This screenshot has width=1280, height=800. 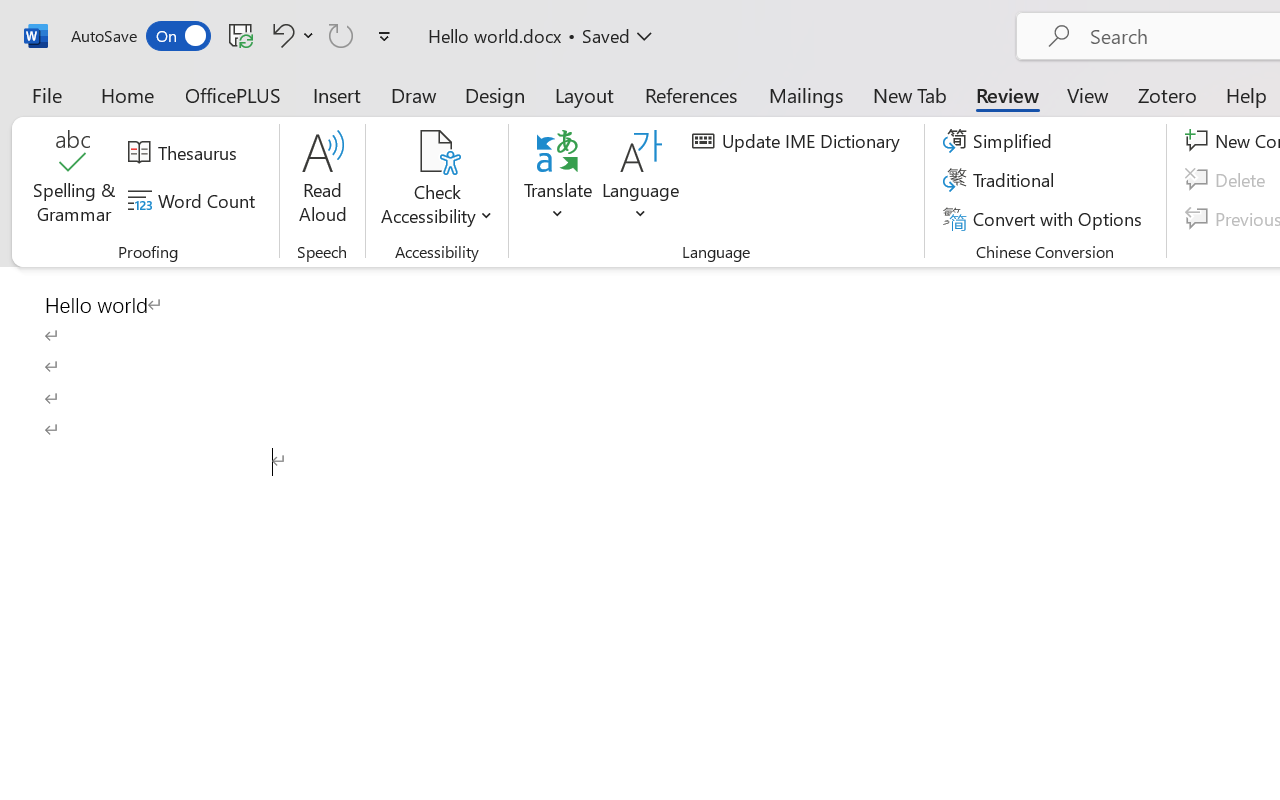 What do you see at coordinates (337, 94) in the screenshot?
I see `'Insert'` at bounding box center [337, 94].